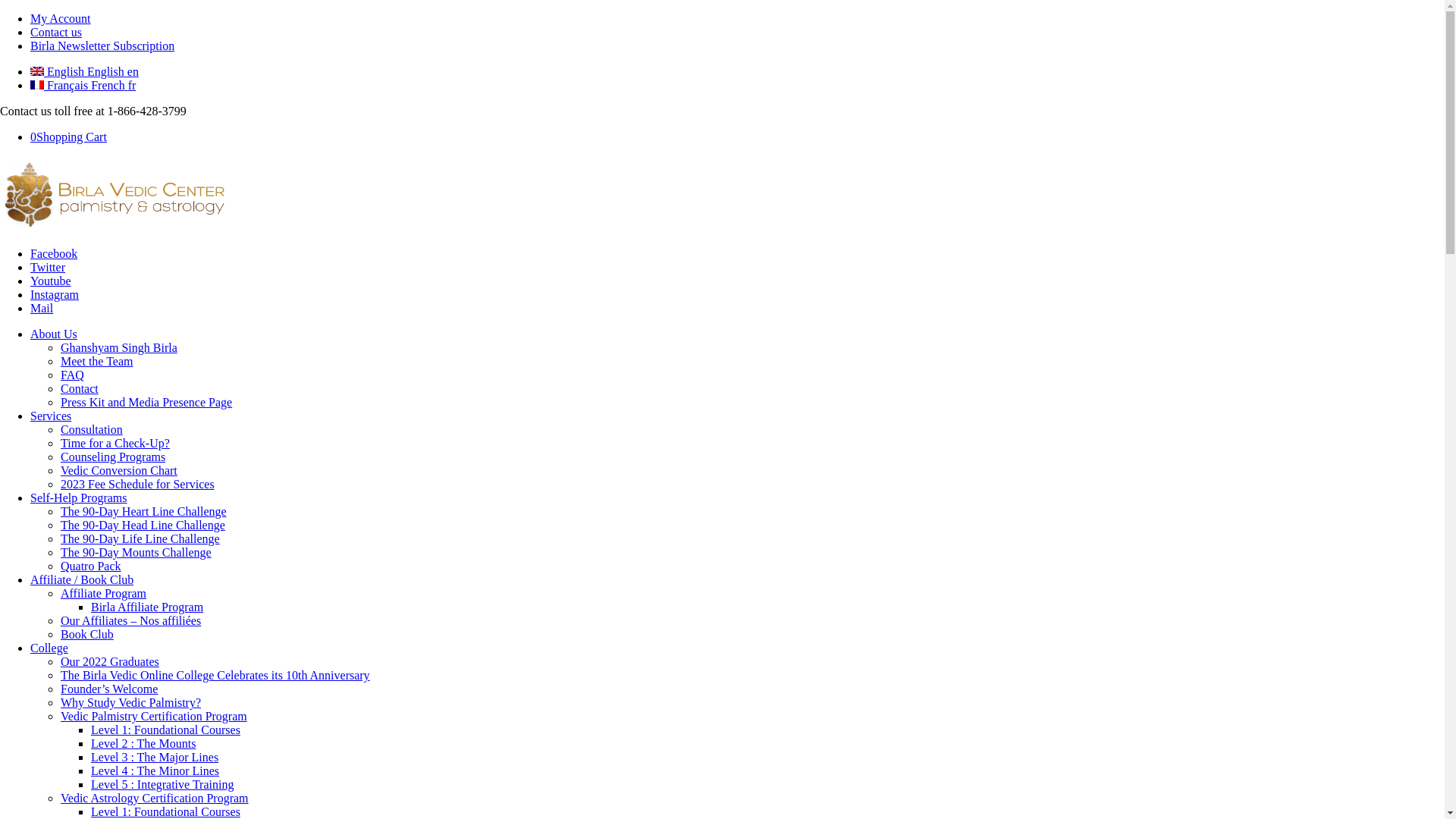  Describe the element at coordinates (54, 253) in the screenshot. I see `'Facebook'` at that location.